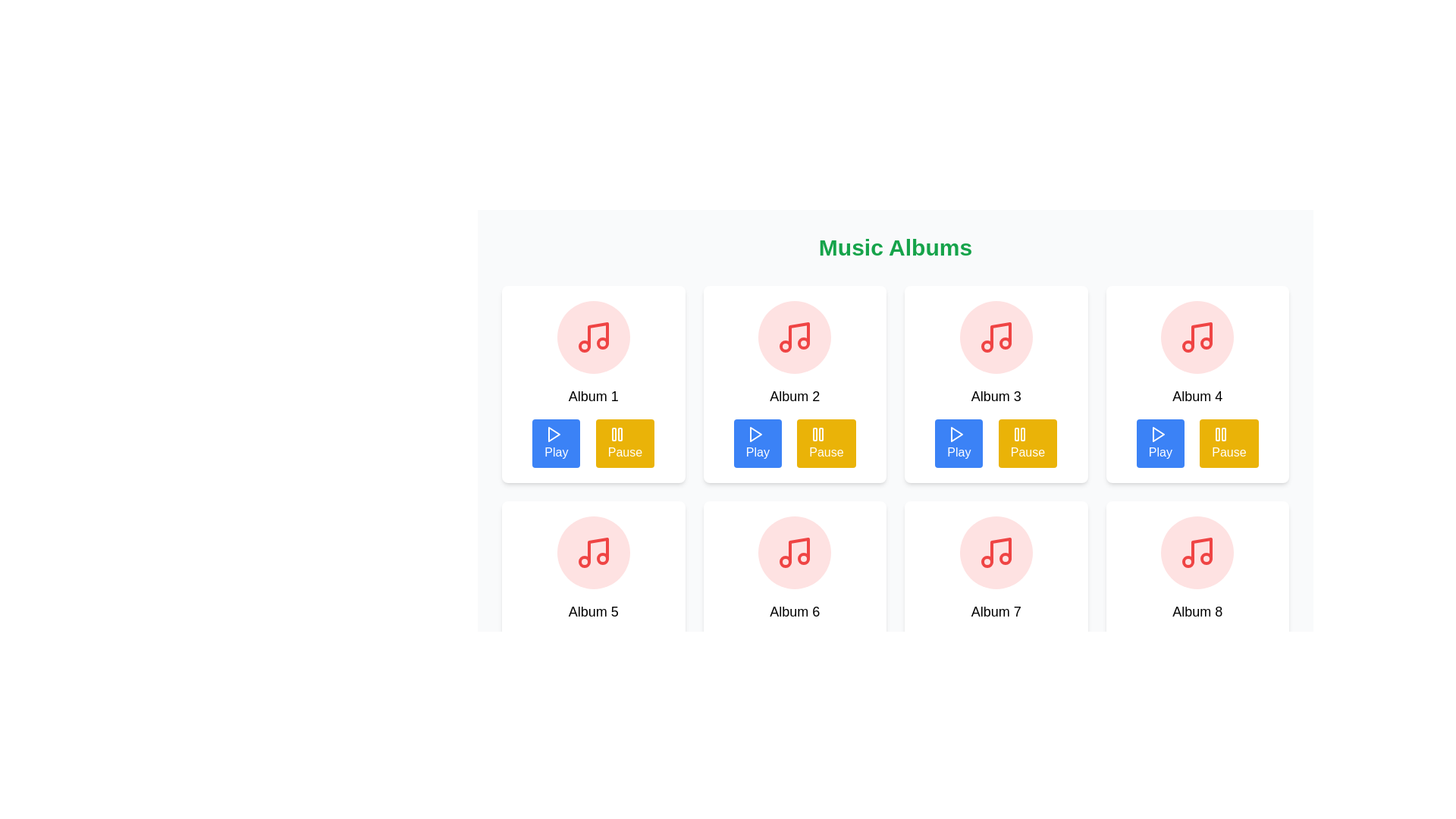 The height and width of the screenshot is (819, 1456). What do you see at coordinates (592, 336) in the screenshot?
I see `the music note icon, which consists of two connected eighth notes outlined in red and situated inside a light pink circular background, located within the 'Album 1' card` at bounding box center [592, 336].